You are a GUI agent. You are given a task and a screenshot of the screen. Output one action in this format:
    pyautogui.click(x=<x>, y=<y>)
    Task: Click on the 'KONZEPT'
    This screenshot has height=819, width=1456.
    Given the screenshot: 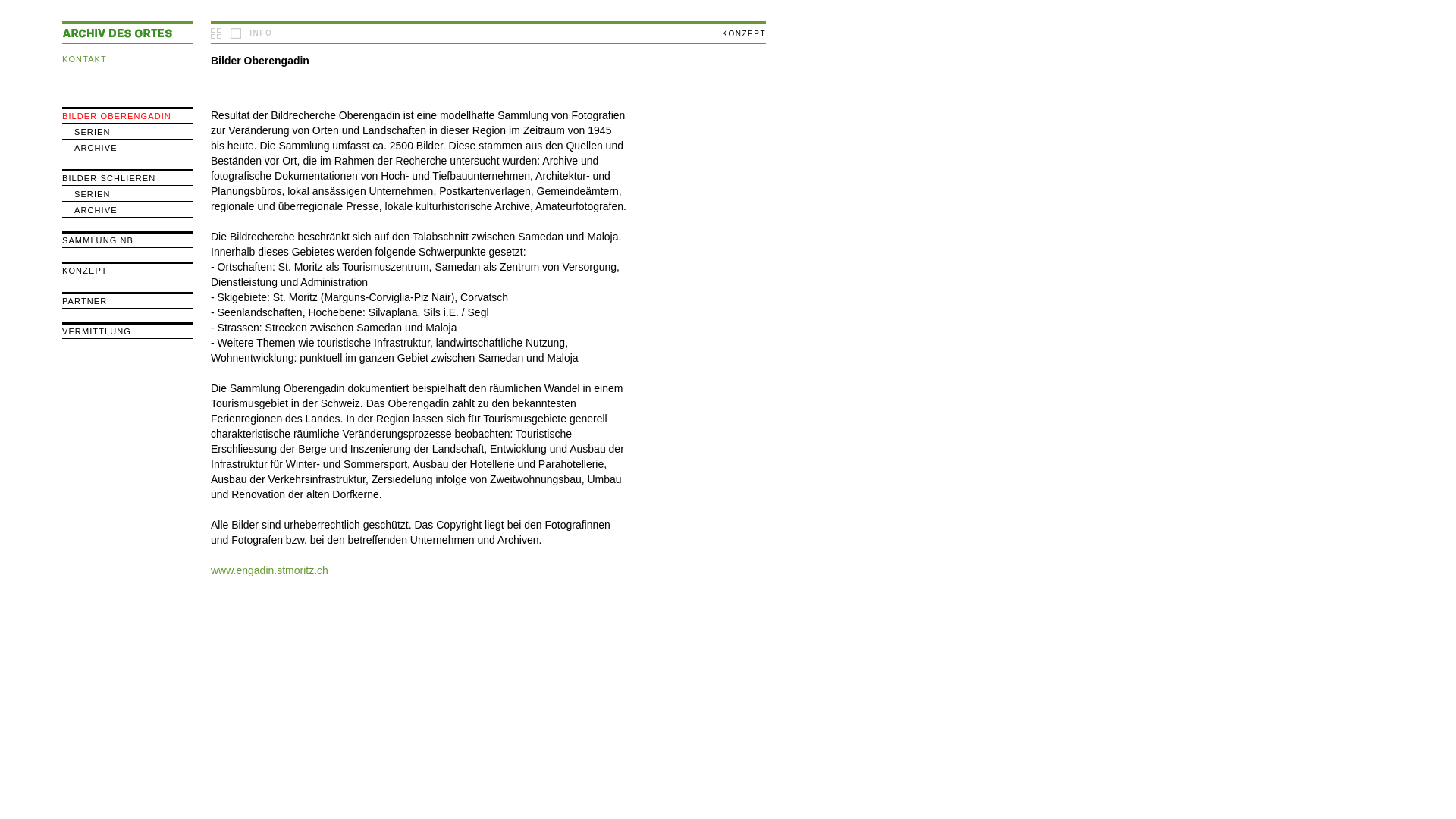 What is the action you would take?
    pyautogui.click(x=83, y=270)
    